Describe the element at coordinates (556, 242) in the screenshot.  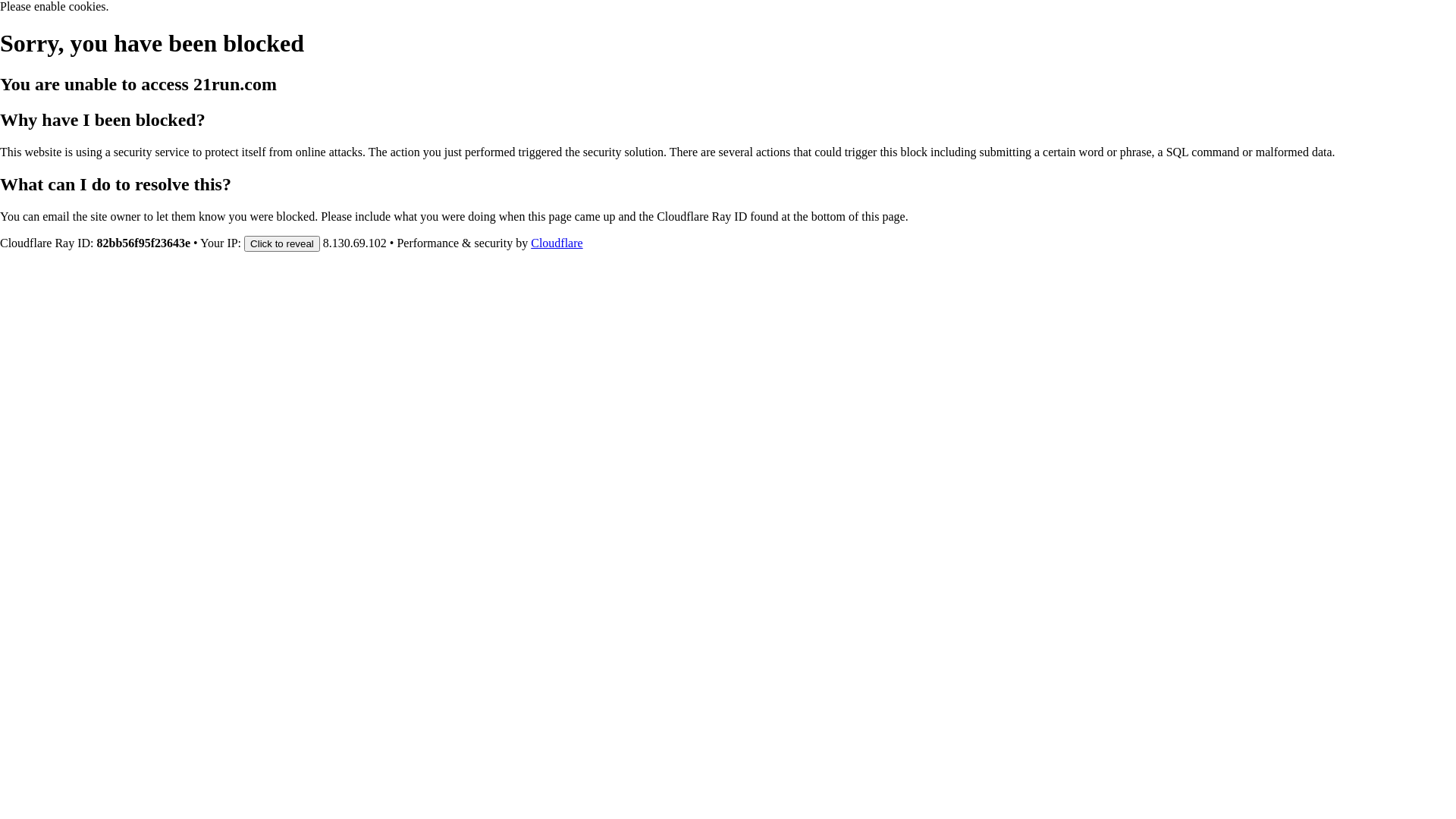
I see `'Cloudflare'` at that location.